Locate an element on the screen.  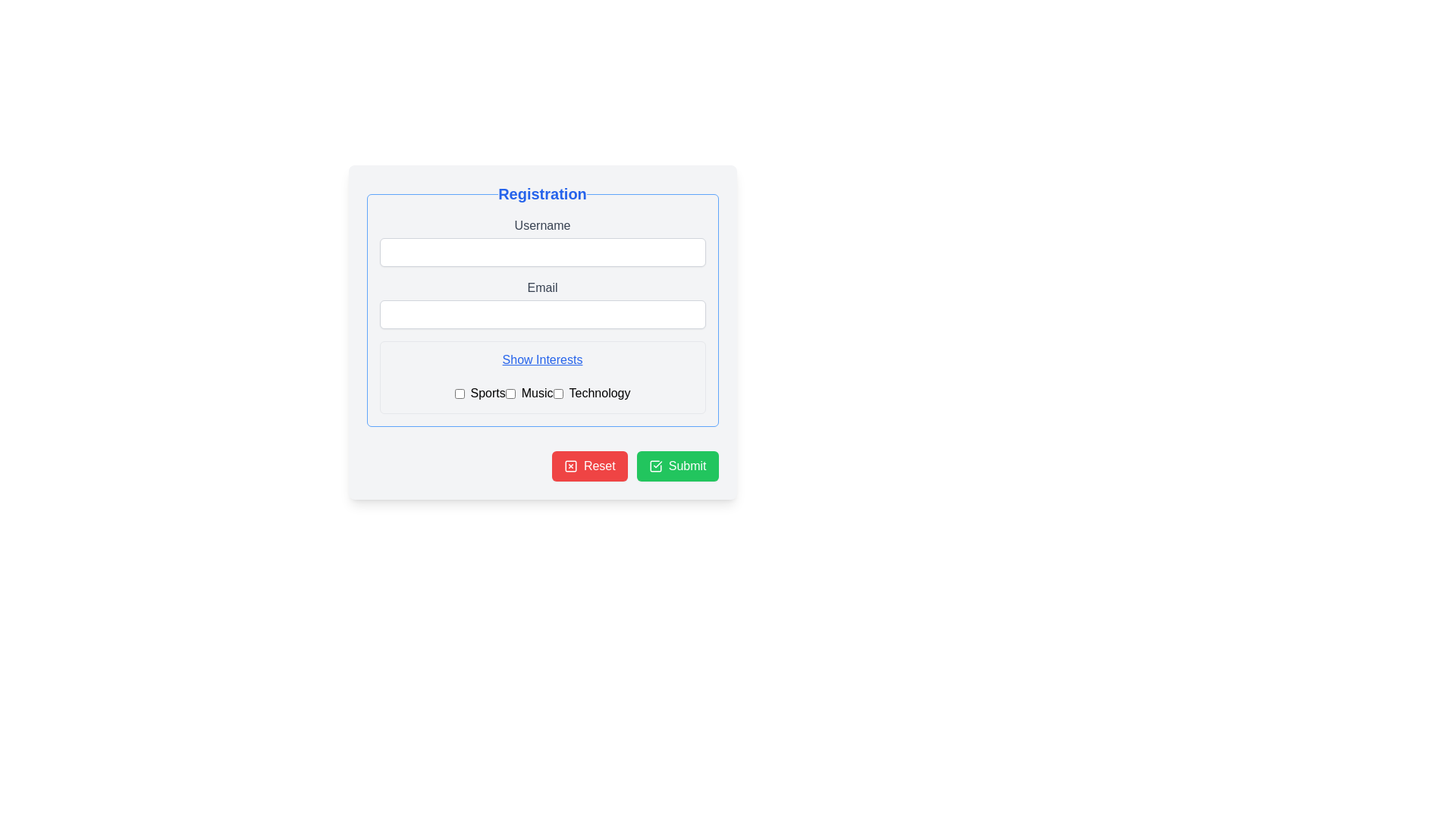
the 'Submit' text displayed within the green button at the bottom-right corner of the form interface is located at coordinates (686, 465).